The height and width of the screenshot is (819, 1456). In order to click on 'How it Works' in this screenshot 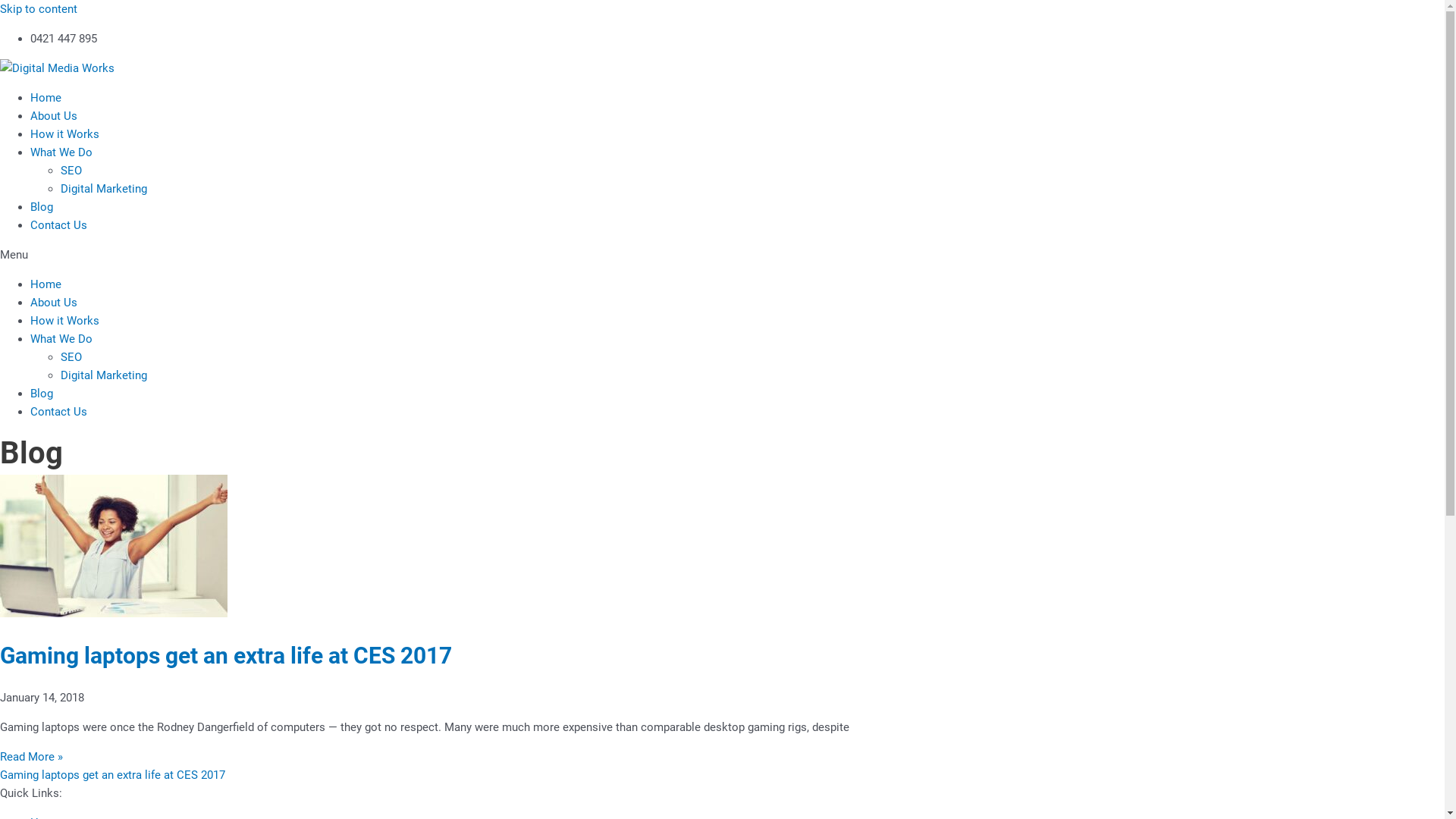, I will do `click(64, 133)`.